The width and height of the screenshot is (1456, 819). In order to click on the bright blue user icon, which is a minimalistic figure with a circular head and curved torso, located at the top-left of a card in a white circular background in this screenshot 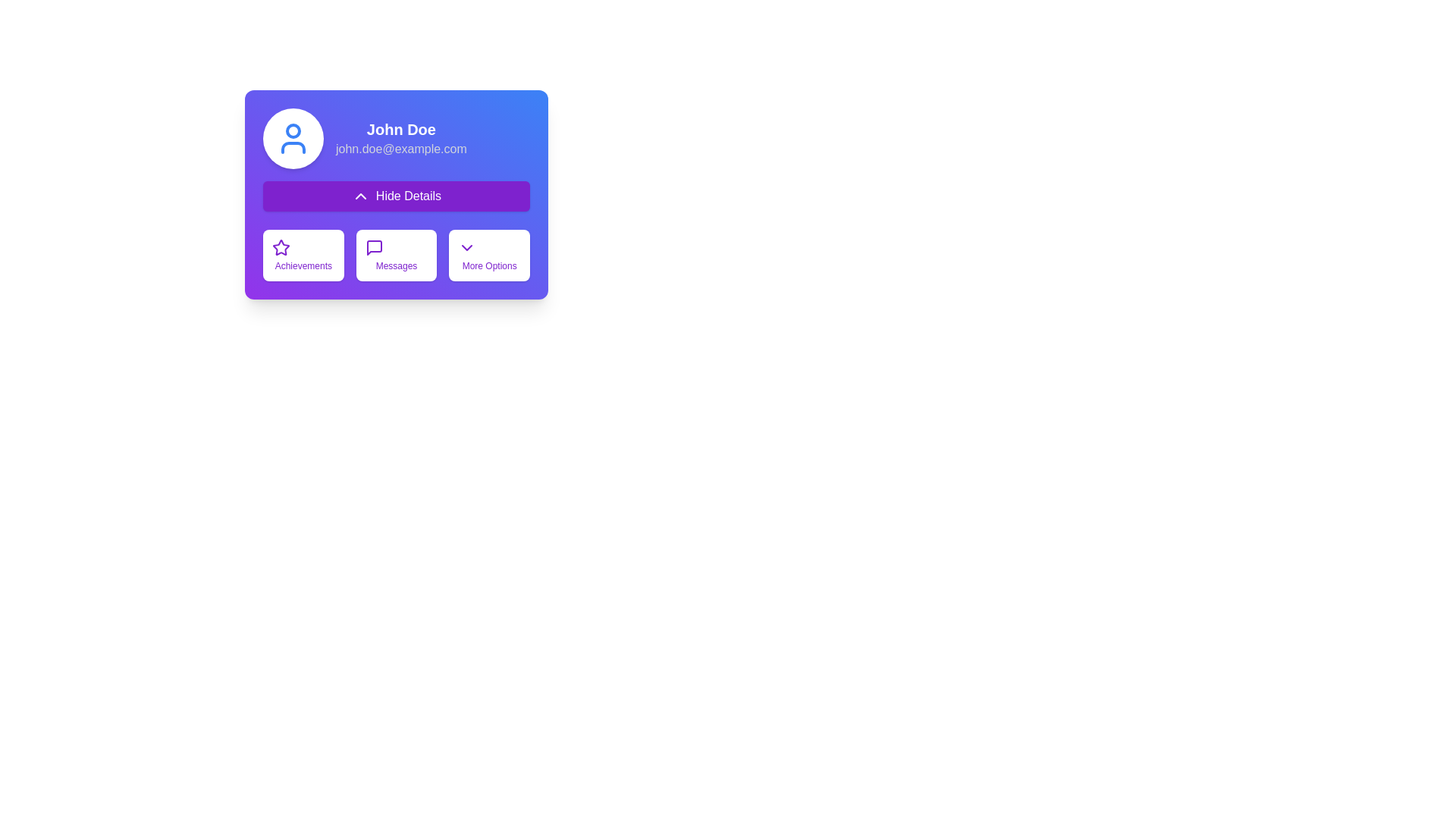, I will do `click(293, 138)`.